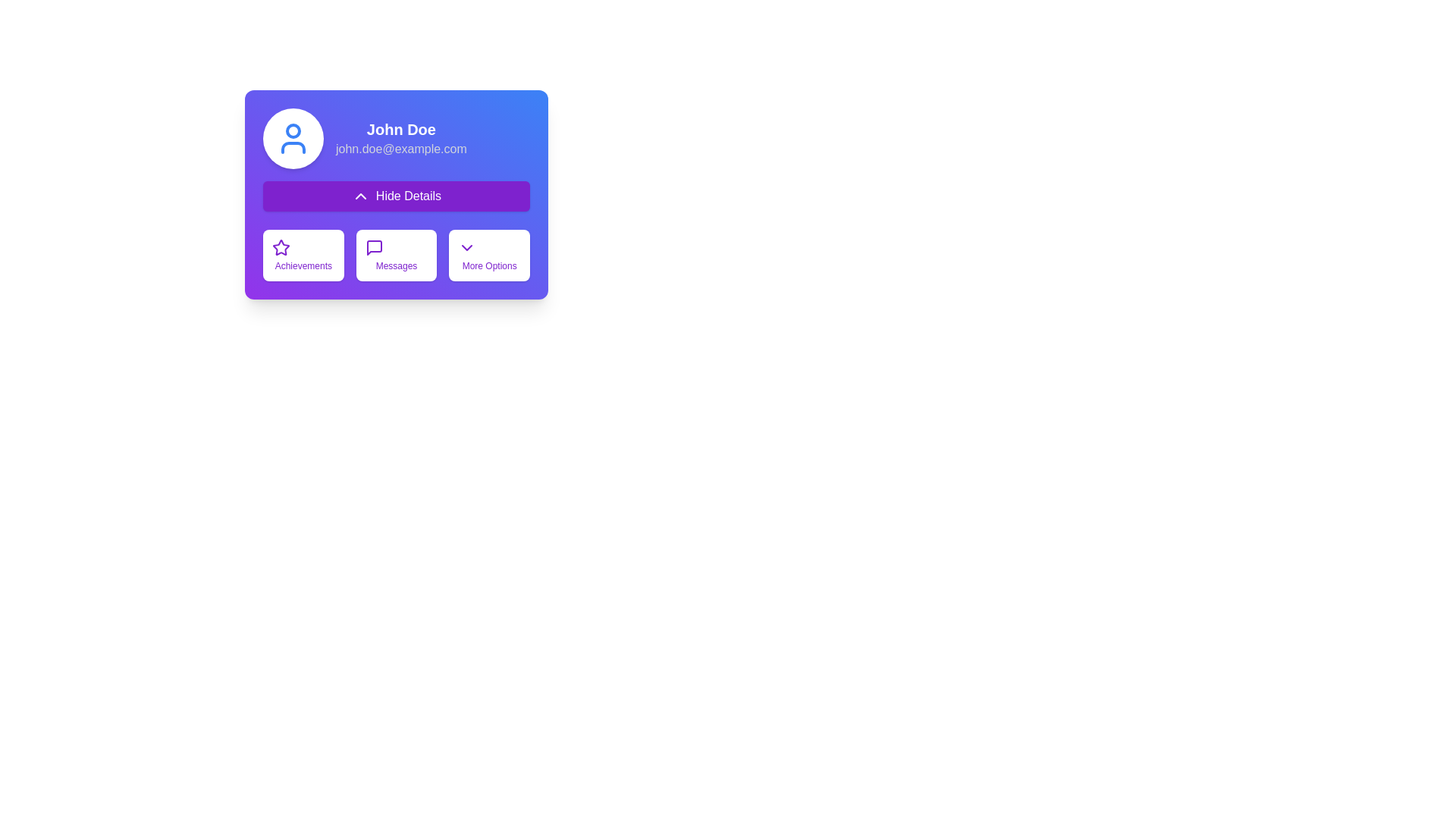 Image resolution: width=1456 pixels, height=819 pixels. I want to click on the 'Messages' button which contains the messaging icon, located centrally in the second row of the card, so click(374, 247).